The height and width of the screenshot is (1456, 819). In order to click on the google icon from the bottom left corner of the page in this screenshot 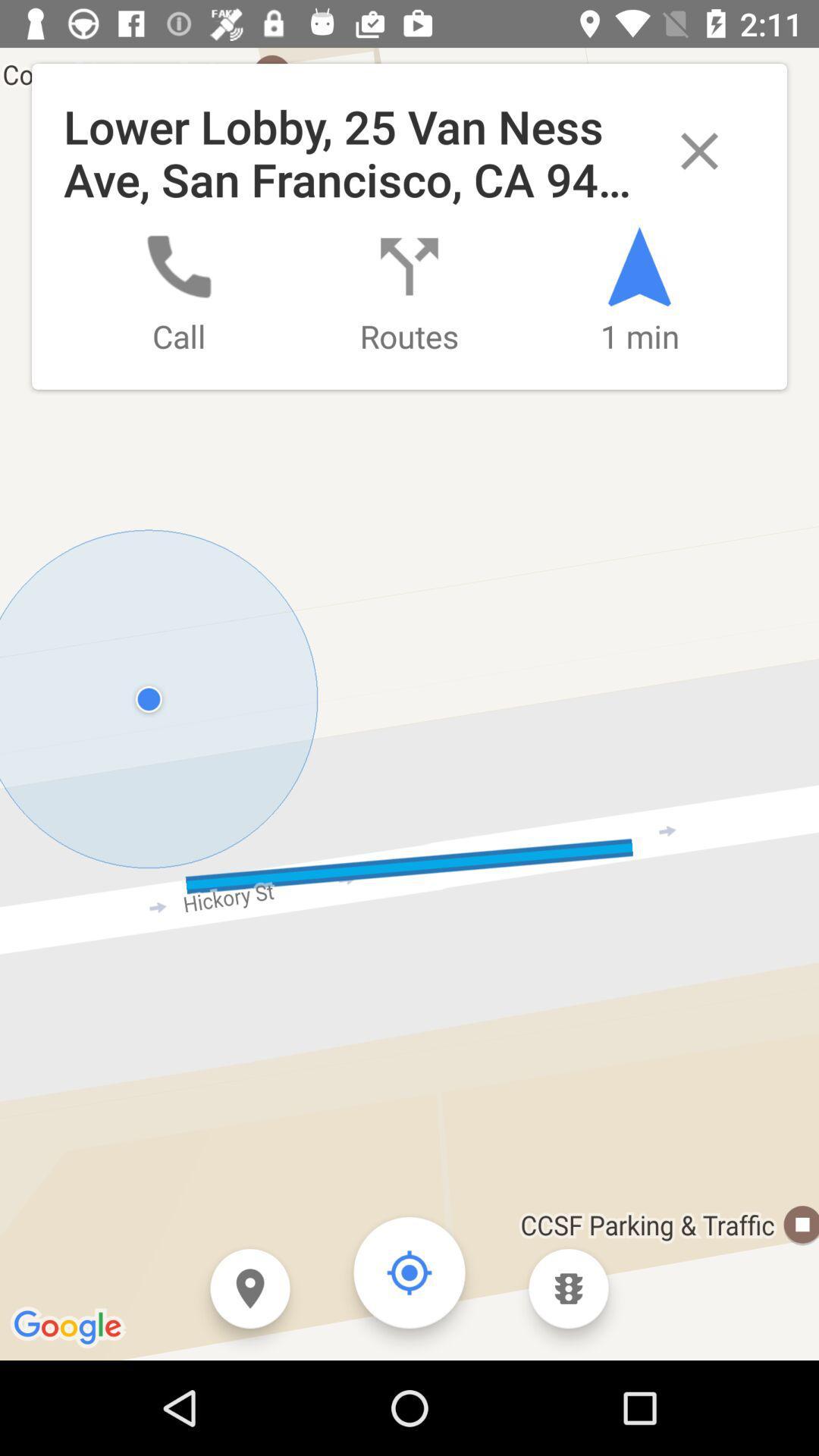, I will do `click(70, 1328)`.